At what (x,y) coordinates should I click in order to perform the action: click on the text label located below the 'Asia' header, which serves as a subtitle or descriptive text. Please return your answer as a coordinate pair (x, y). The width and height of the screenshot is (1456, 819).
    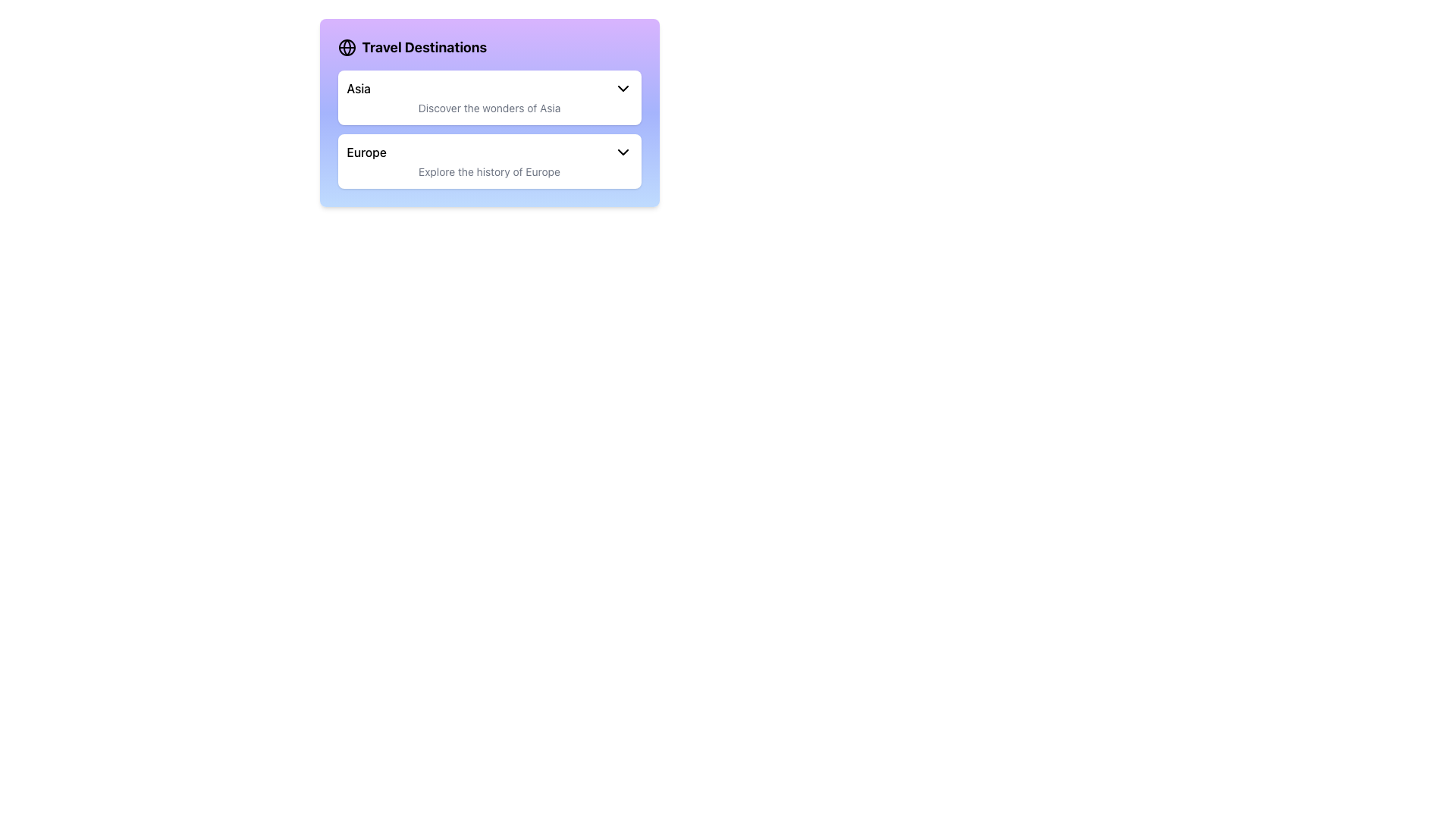
    Looking at the image, I should click on (489, 107).